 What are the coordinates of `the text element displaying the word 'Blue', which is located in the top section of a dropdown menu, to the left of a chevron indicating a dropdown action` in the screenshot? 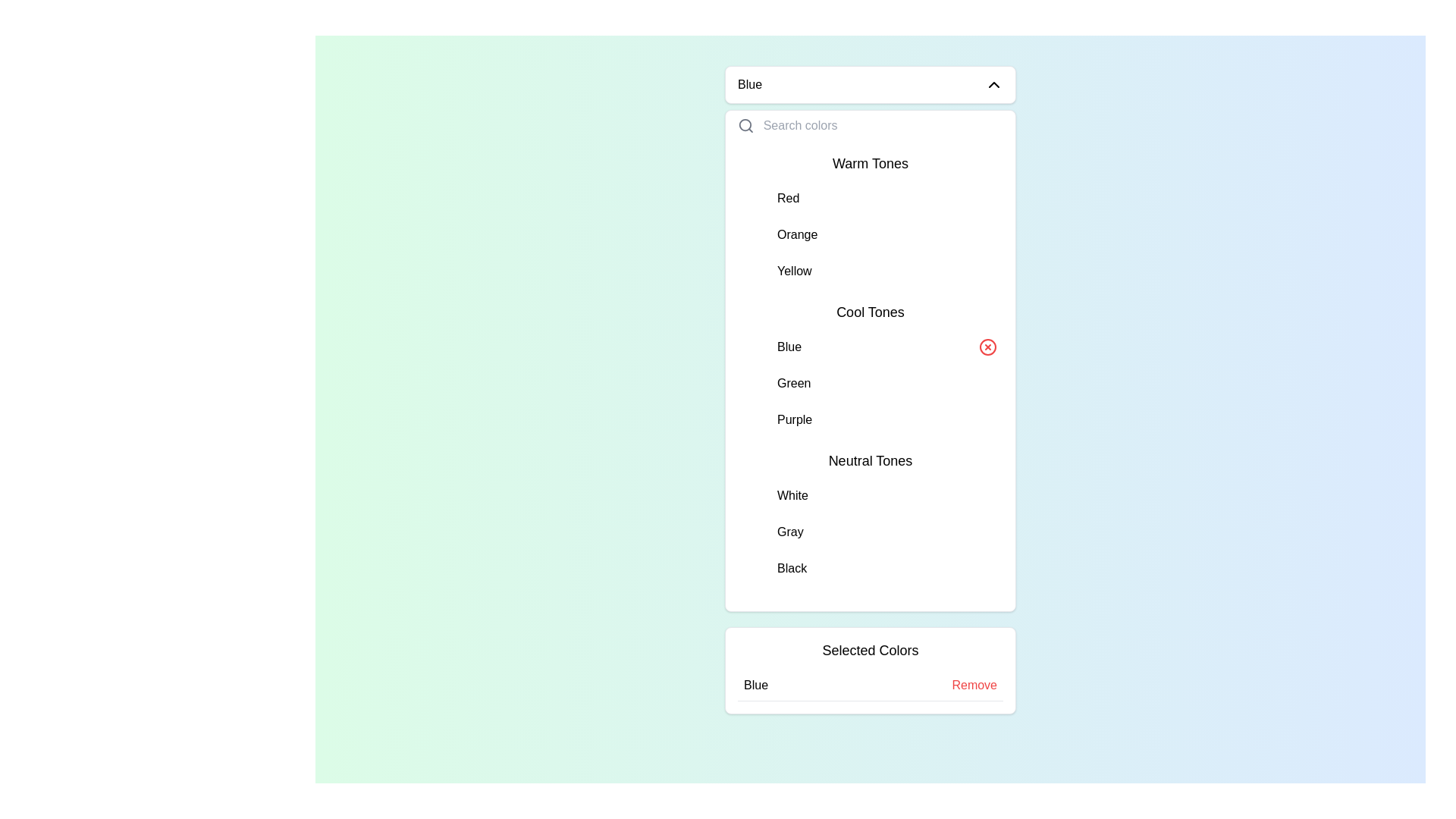 It's located at (749, 84).